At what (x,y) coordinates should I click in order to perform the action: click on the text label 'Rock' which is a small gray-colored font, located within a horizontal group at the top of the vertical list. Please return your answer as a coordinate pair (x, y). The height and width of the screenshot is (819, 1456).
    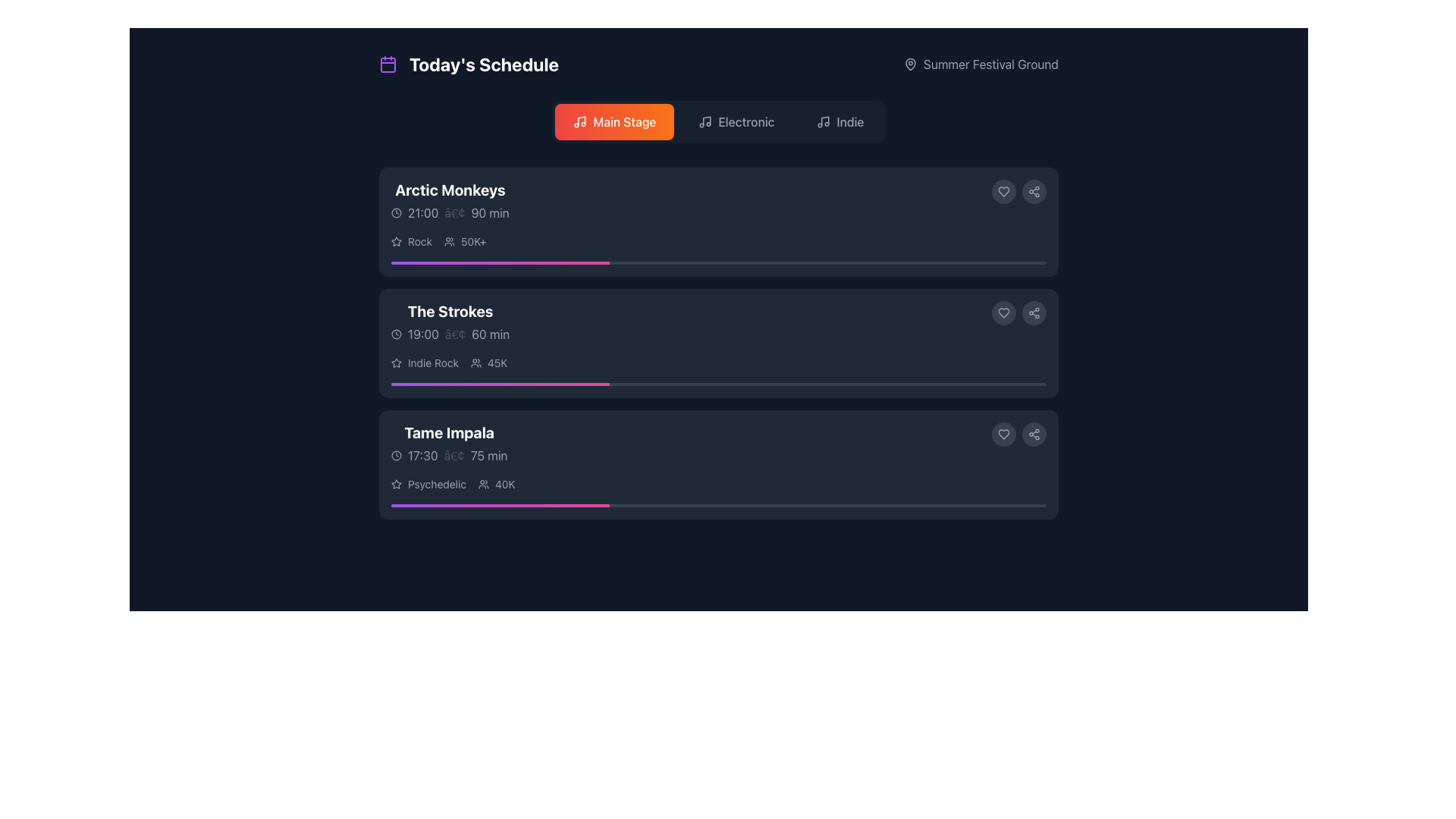
    Looking at the image, I should click on (411, 241).